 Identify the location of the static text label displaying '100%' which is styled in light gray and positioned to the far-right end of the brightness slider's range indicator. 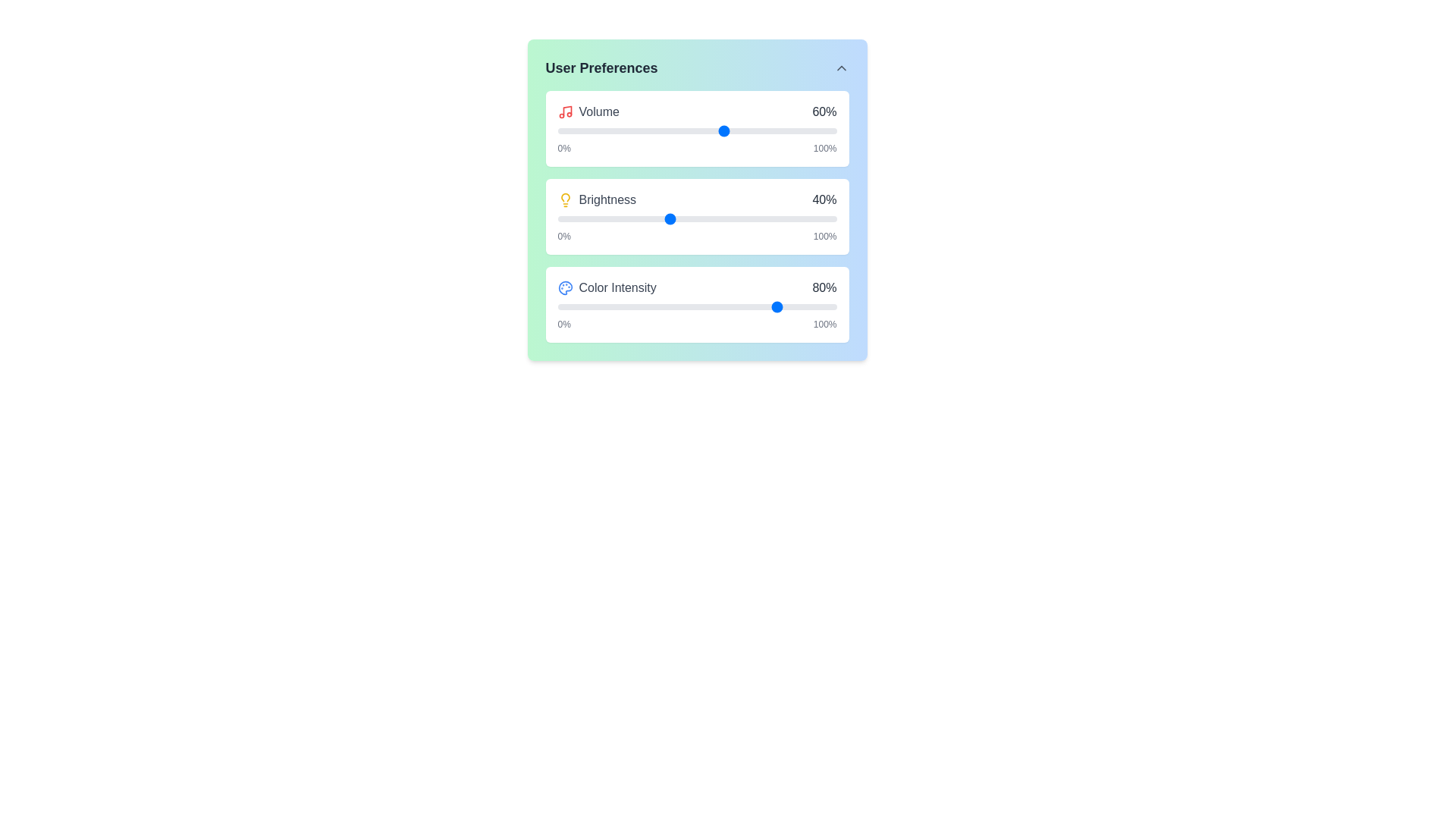
(824, 237).